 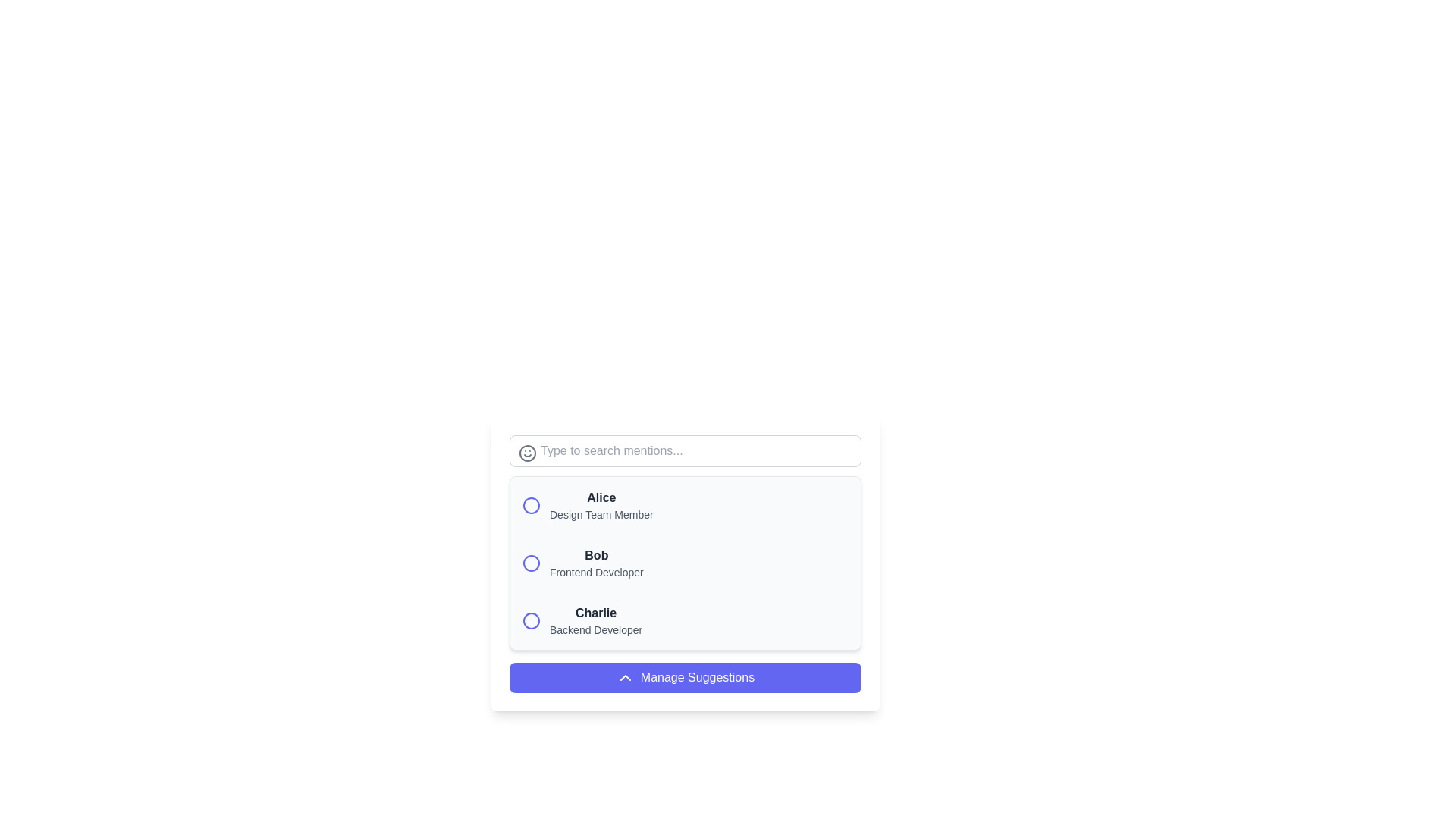 I want to click on the text label displaying the name and role of the individual in the third selectable option of the list, located beneath 'Bob Frontend Developer', so click(x=595, y=620).